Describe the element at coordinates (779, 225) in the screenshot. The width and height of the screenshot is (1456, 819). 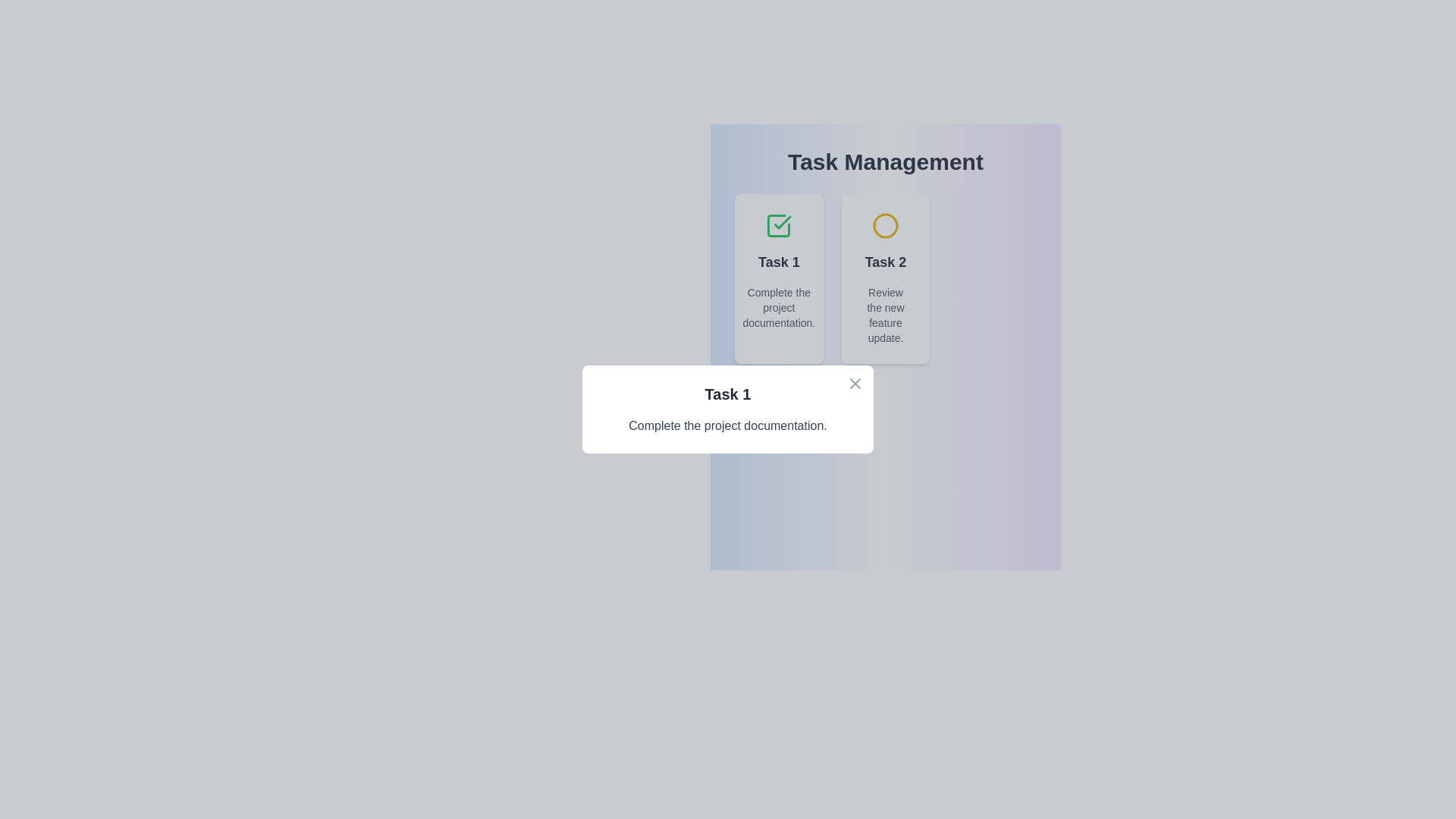
I see `the appearance of the green checkmark icon located at the upper-left corner of the first card under the 'Task Management' heading, above 'Task 1' and its description` at that location.